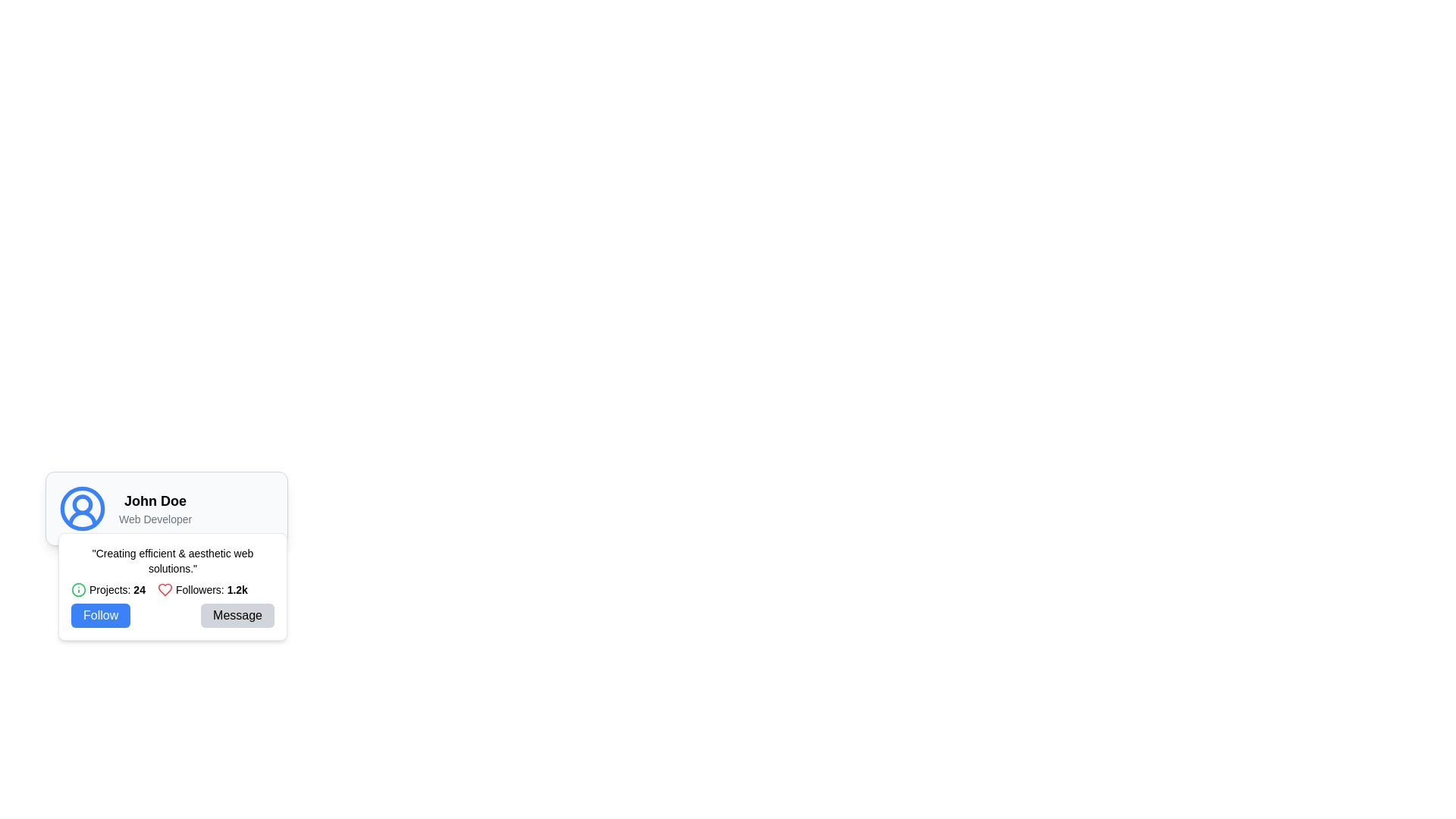  Describe the element at coordinates (172, 589) in the screenshot. I see `the interactive elements surrounding the Information display section, which includes the text blocks 'Projects: 24' and 'Followers: 1.2k' with their respective icons` at that location.